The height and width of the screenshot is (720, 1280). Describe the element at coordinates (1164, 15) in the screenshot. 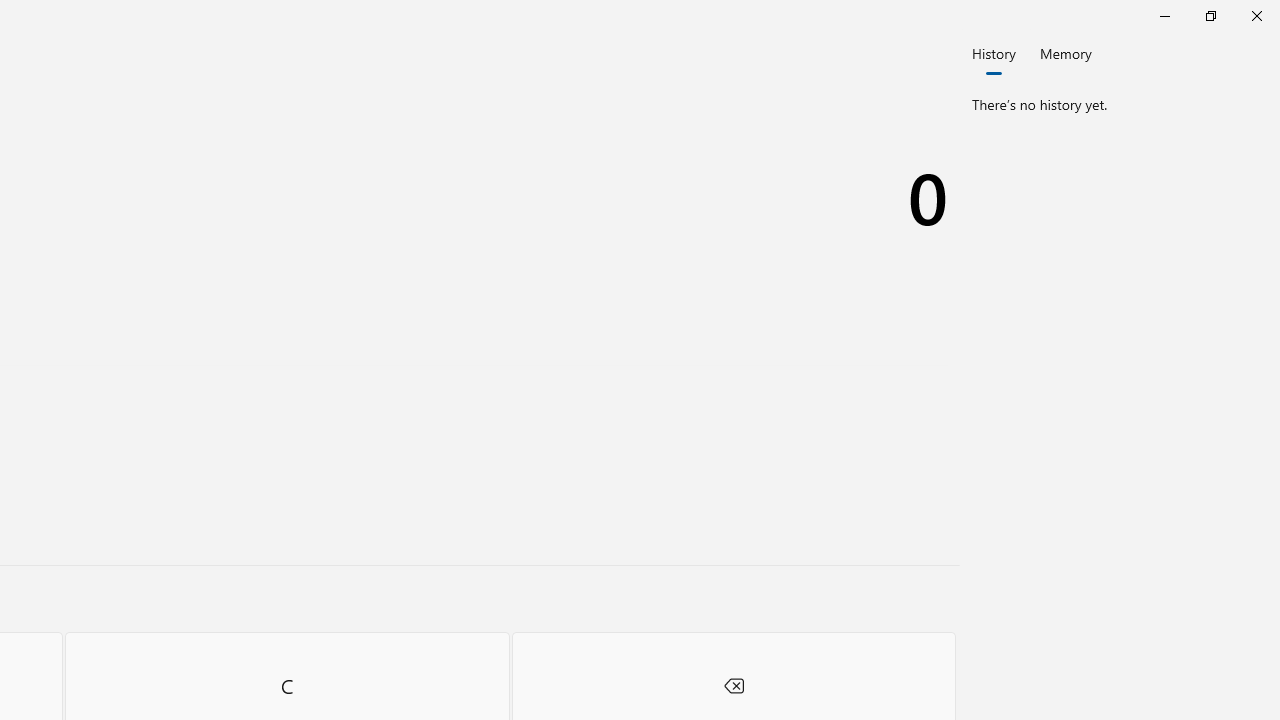

I see `'Minimize Calculator'` at that location.